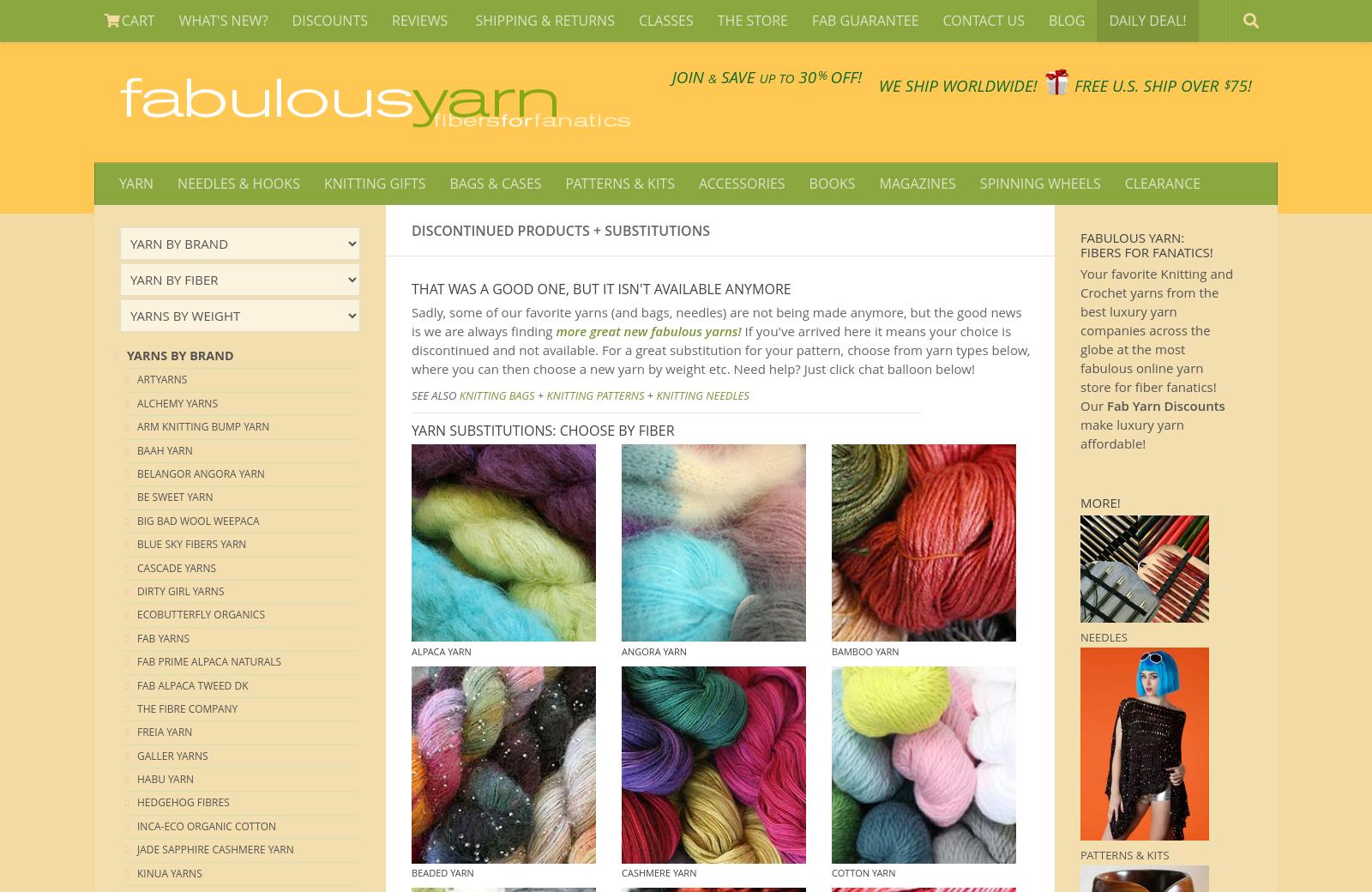 Image resolution: width=1372 pixels, height=892 pixels. Describe the element at coordinates (160, 379) in the screenshot. I see `'Artyarns'` at that location.